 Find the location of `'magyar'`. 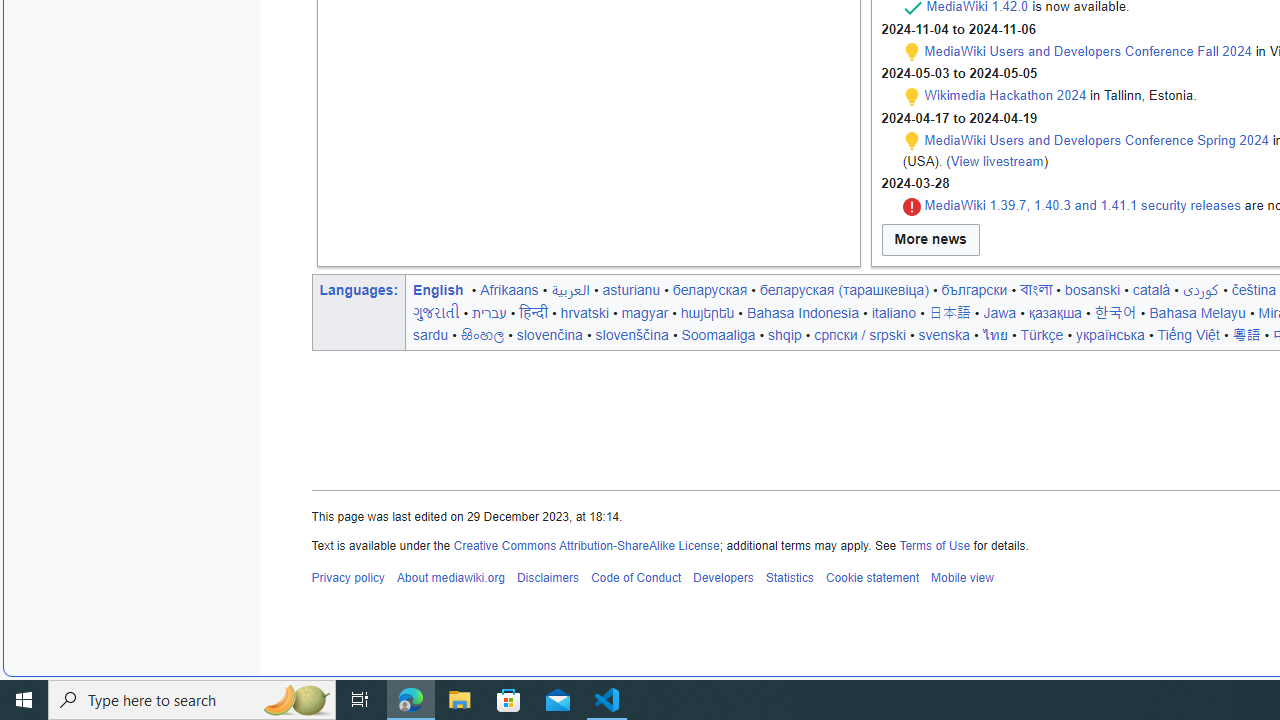

'magyar' is located at coordinates (645, 312).